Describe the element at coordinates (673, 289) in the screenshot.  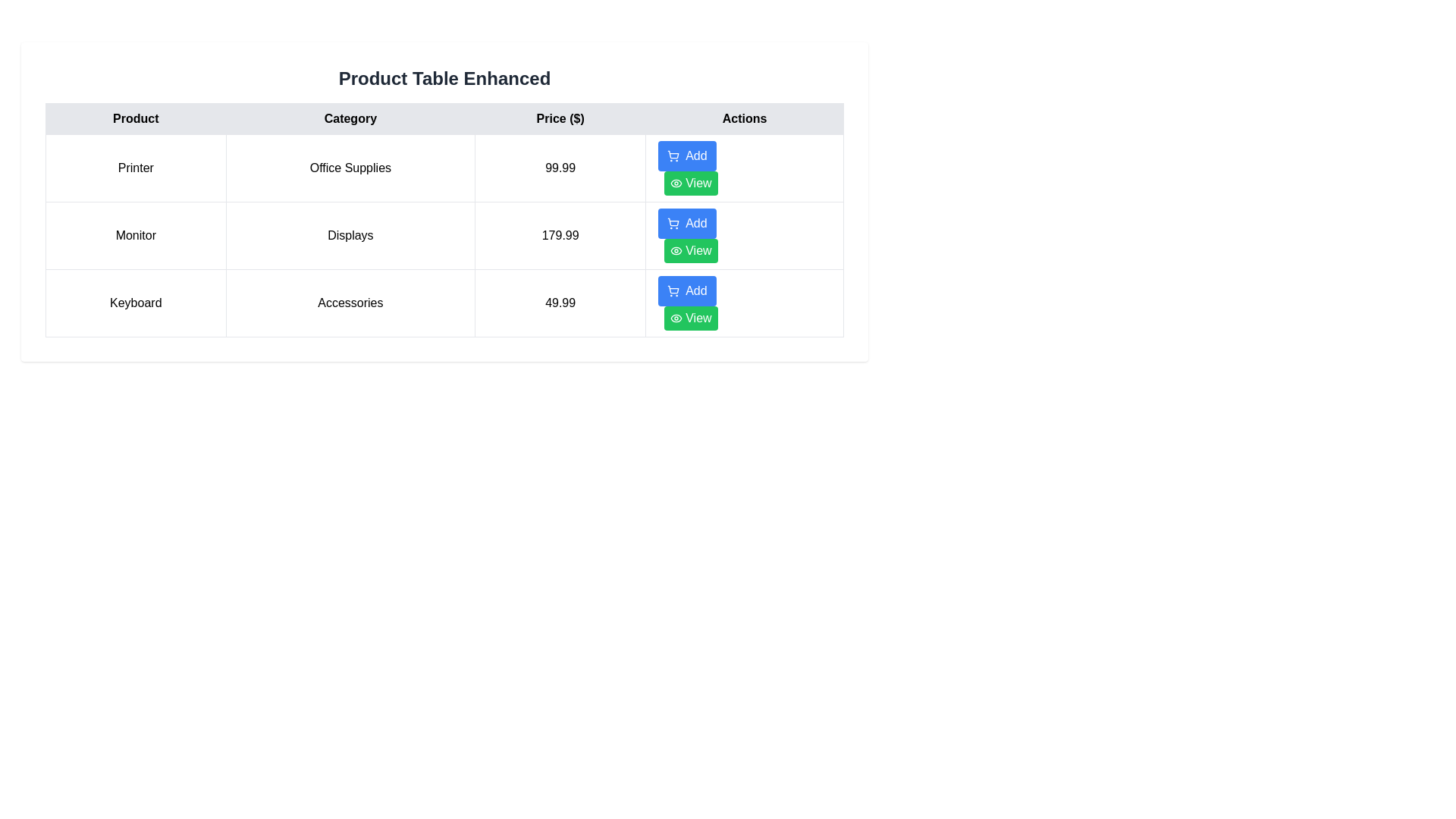
I see `the 'Add' button represented by a shopping cart icon located in the third row of the 'Actions' column of a table` at that location.